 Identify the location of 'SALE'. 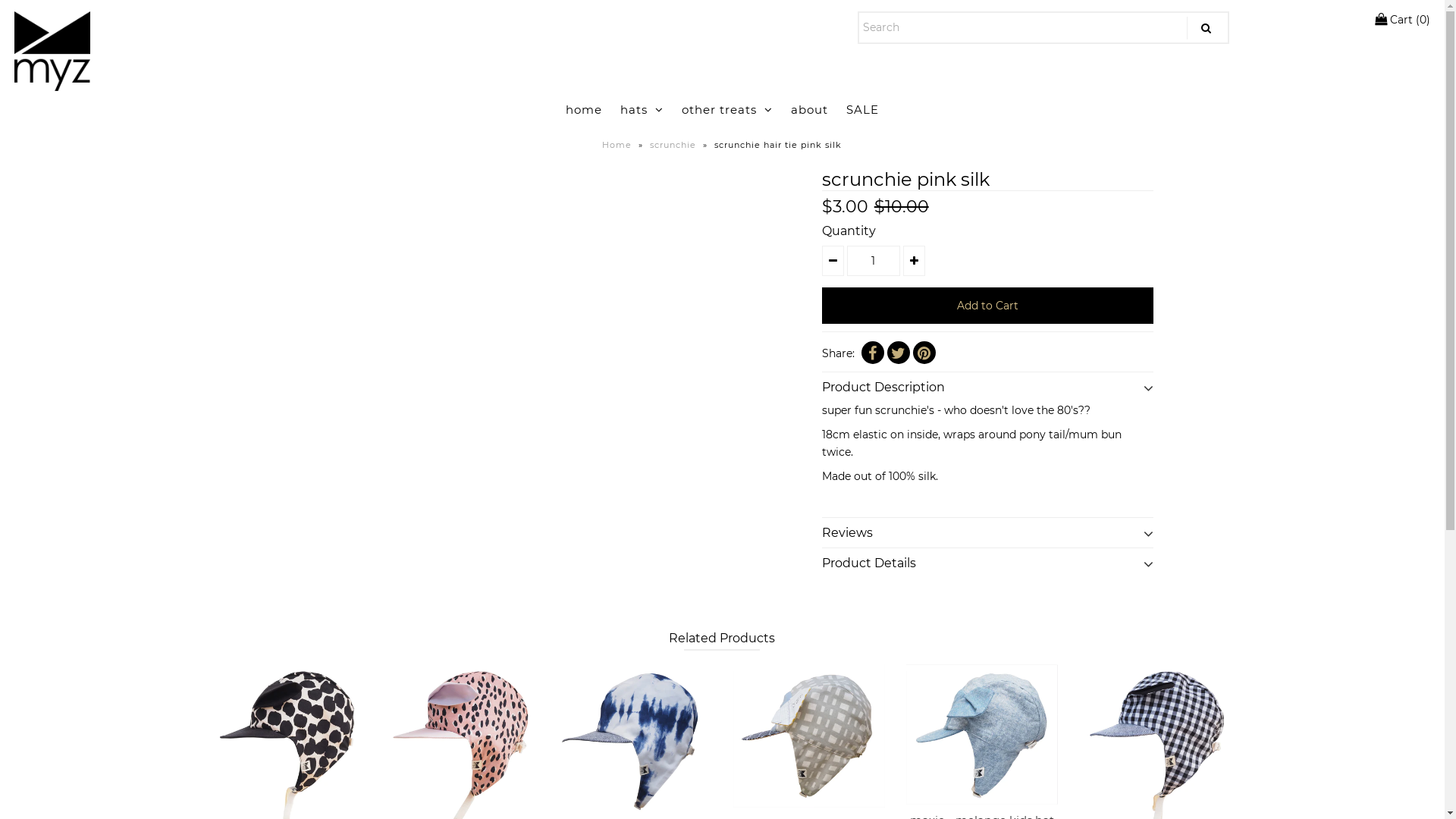
(862, 109).